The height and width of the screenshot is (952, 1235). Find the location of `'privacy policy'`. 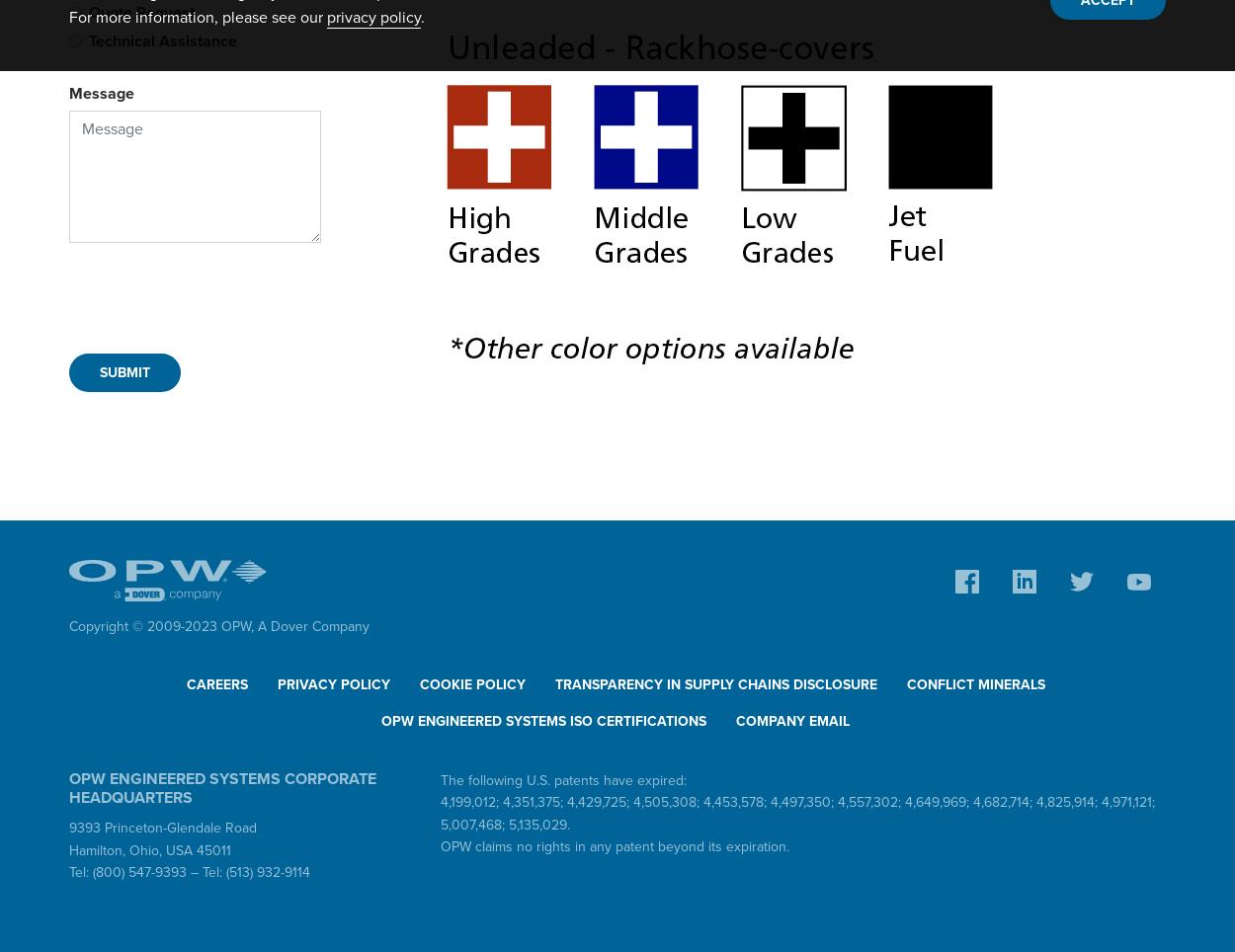

'privacy policy' is located at coordinates (373, 17).